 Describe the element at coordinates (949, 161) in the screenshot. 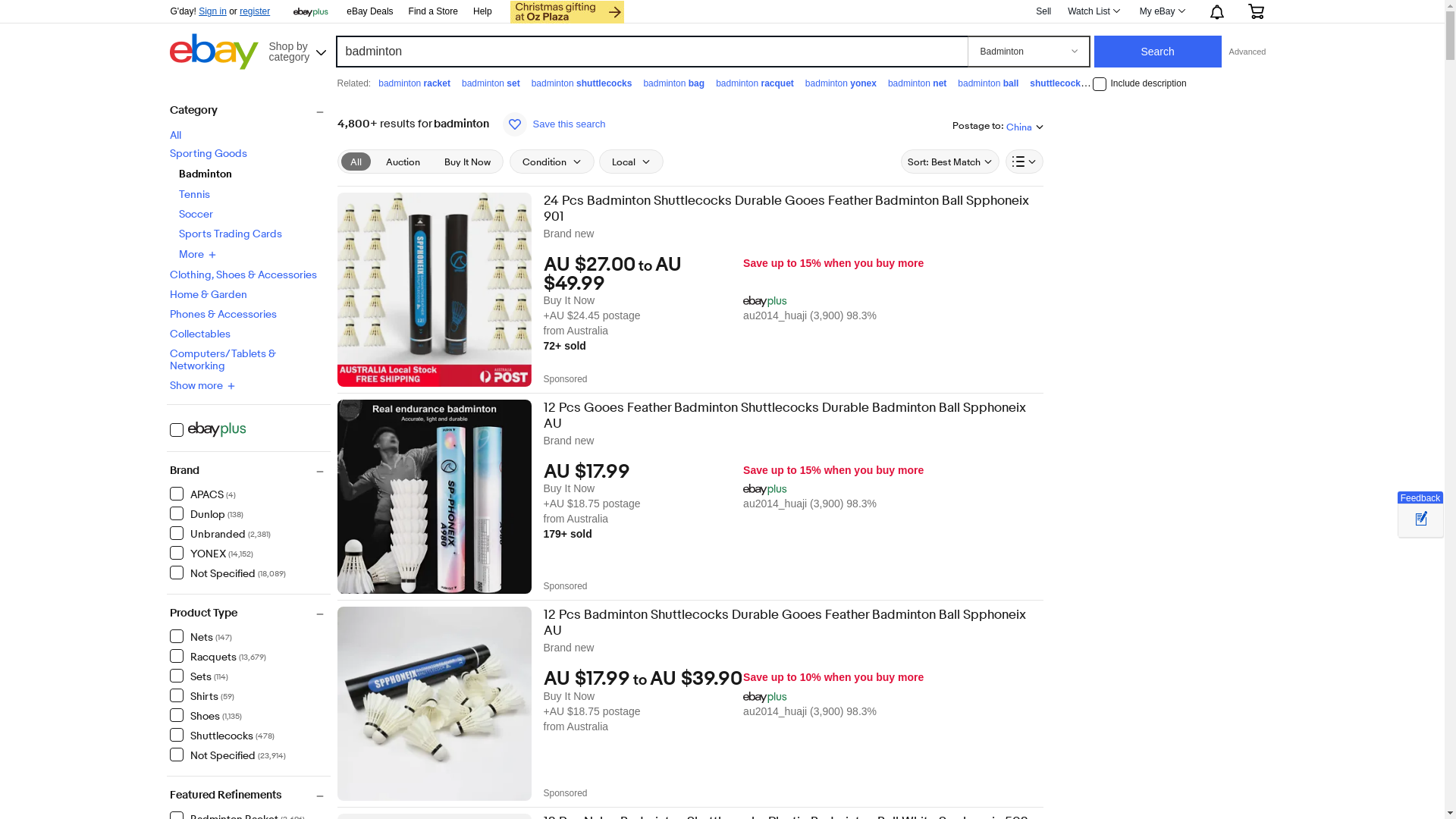

I see `'Sort: Best Match'` at that location.